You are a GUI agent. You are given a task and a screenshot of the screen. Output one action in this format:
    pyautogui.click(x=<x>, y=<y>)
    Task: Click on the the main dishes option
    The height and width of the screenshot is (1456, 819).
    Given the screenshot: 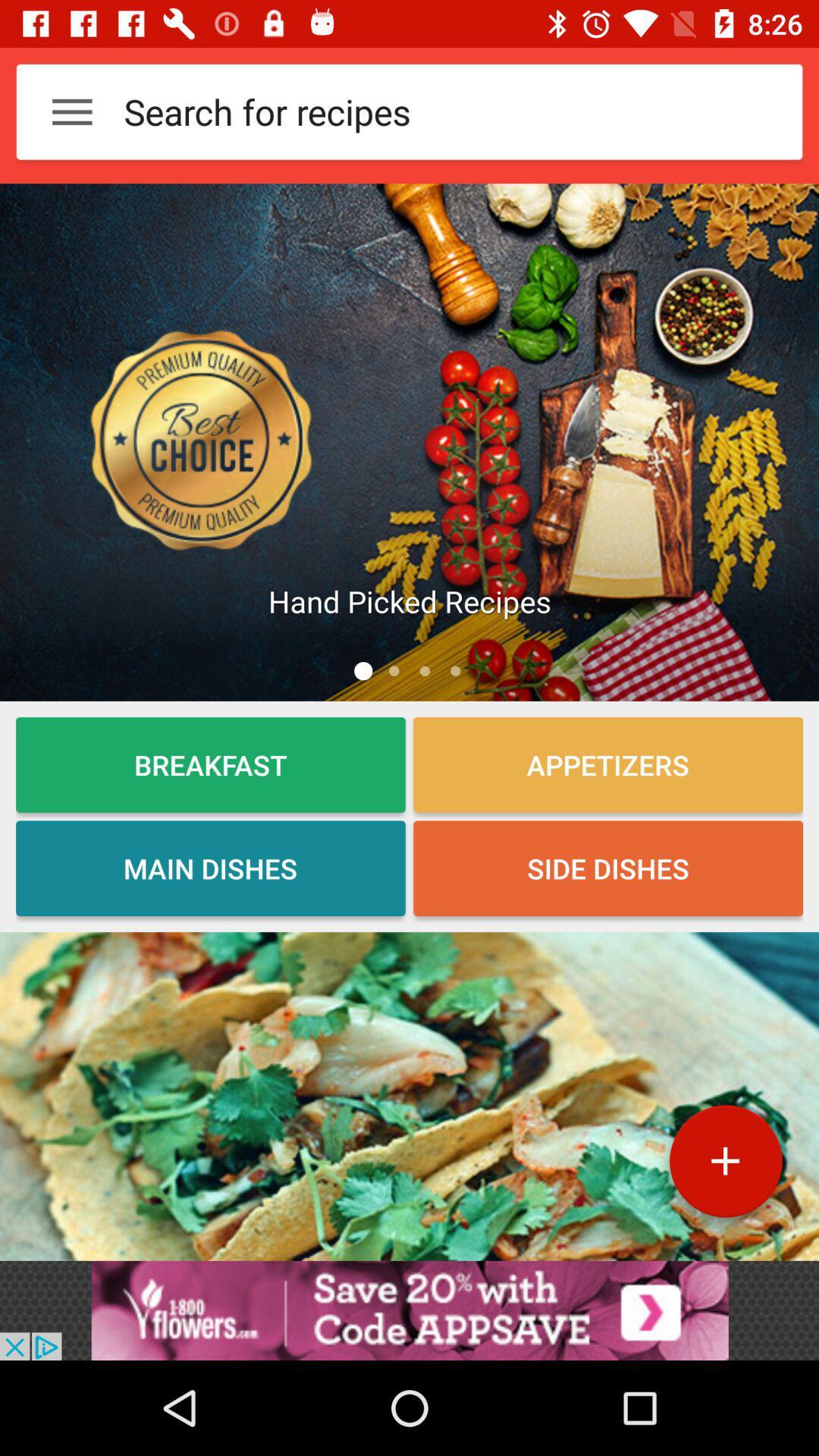 What is the action you would take?
    pyautogui.click(x=210, y=868)
    